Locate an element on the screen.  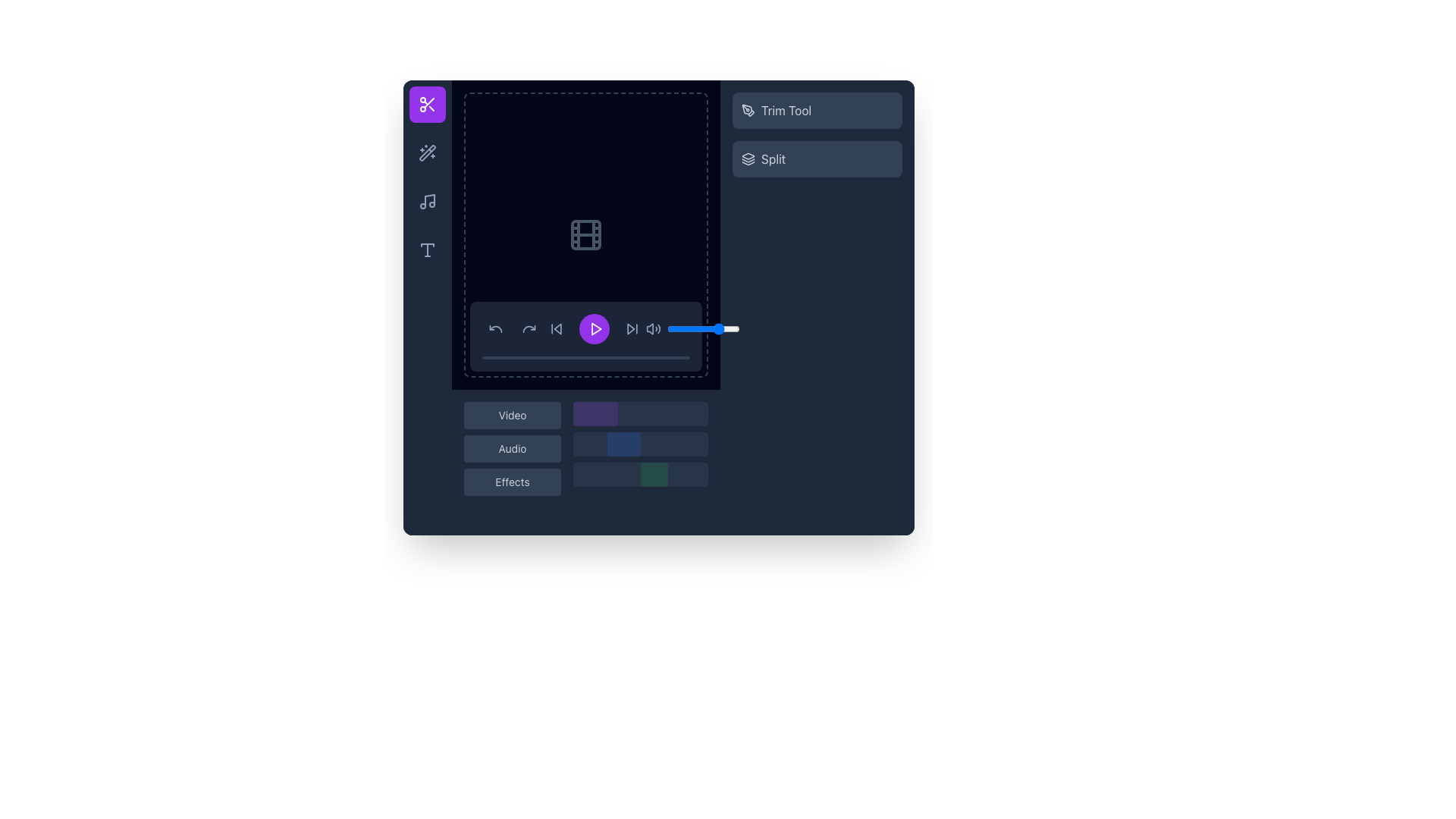
the triangular fast-forward icon in the media control bar is located at coordinates (631, 328).